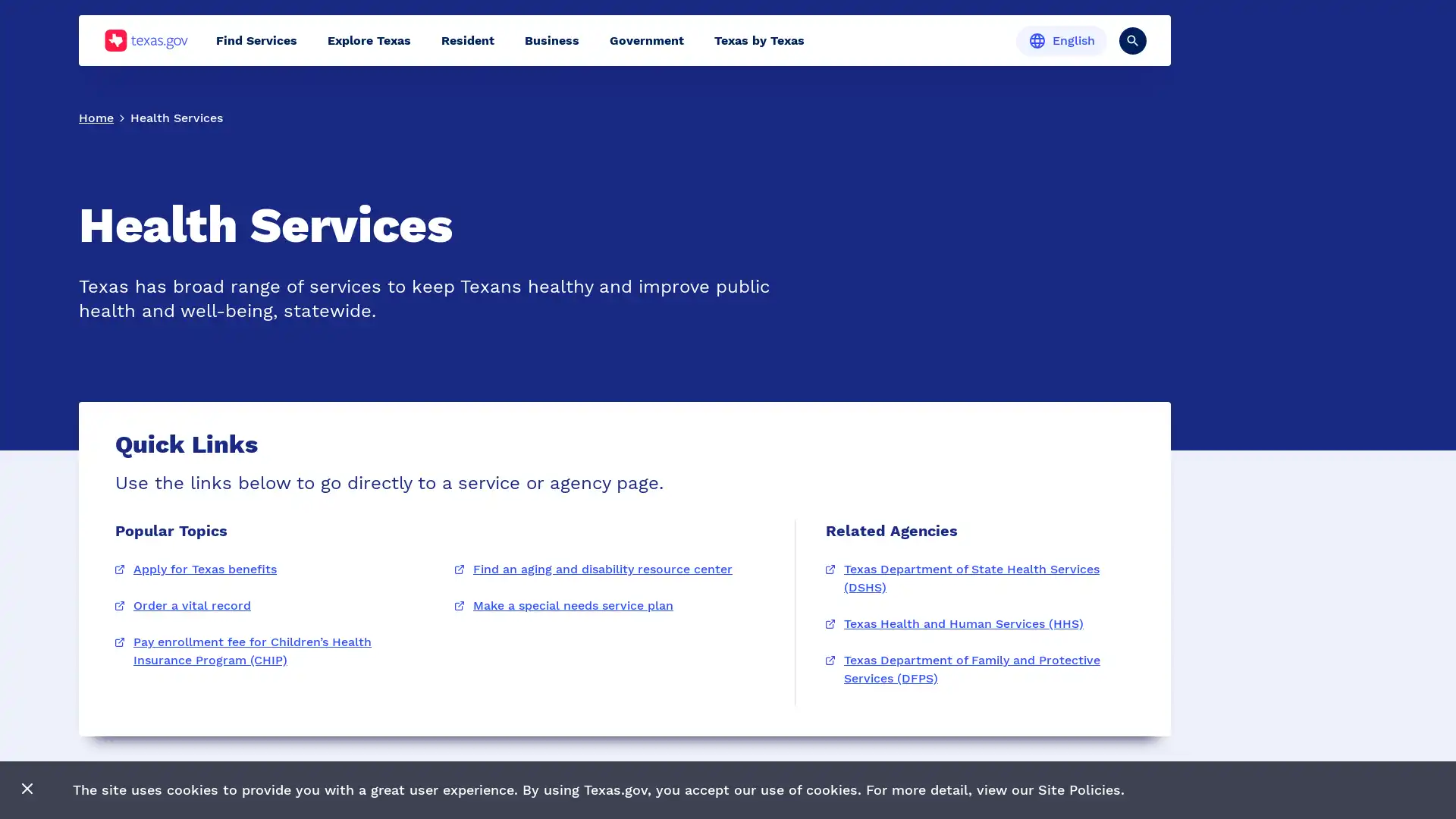  What do you see at coordinates (1132, 39) in the screenshot?
I see `Search` at bounding box center [1132, 39].